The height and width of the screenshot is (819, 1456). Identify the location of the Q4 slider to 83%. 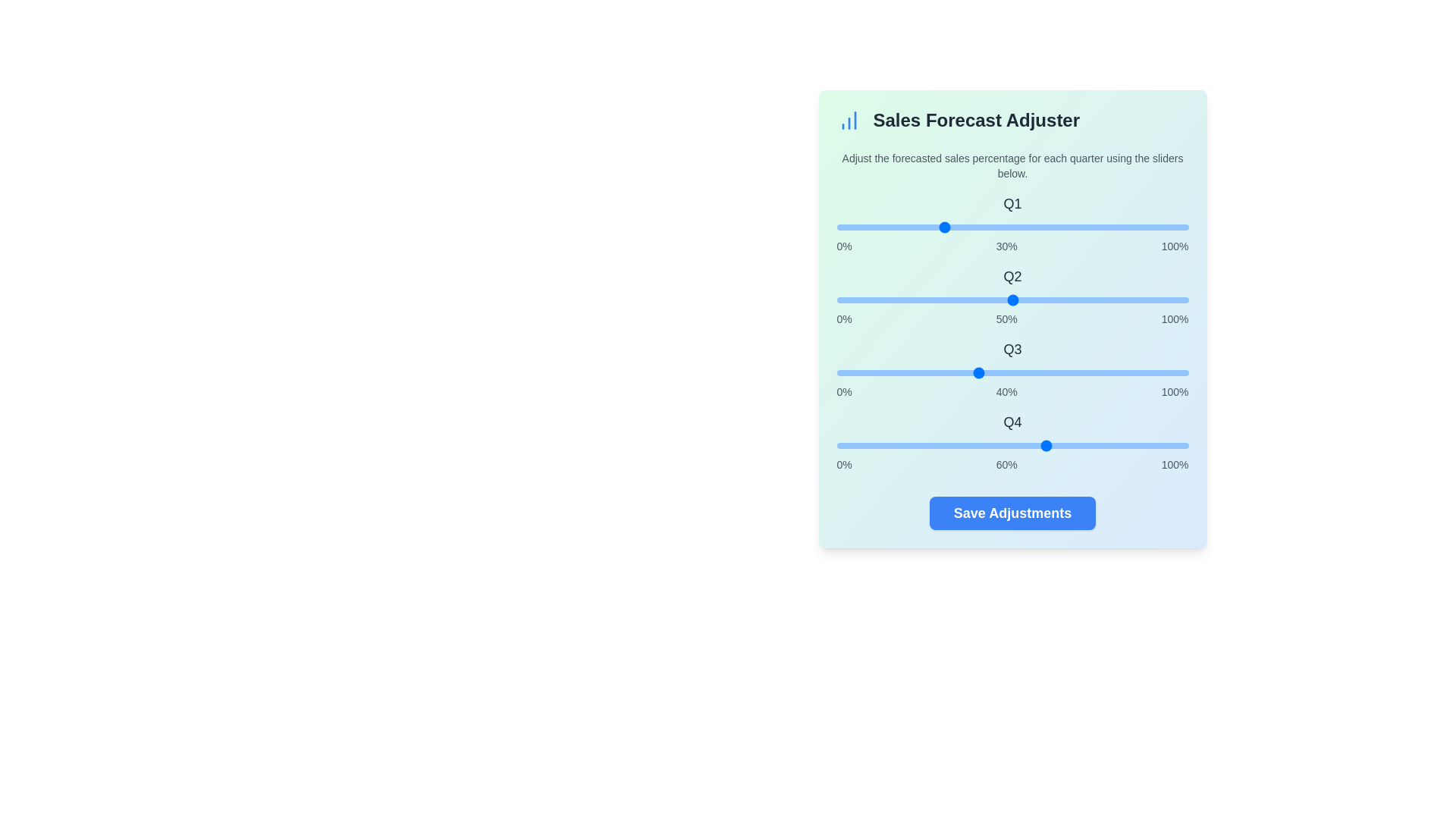
(1128, 444).